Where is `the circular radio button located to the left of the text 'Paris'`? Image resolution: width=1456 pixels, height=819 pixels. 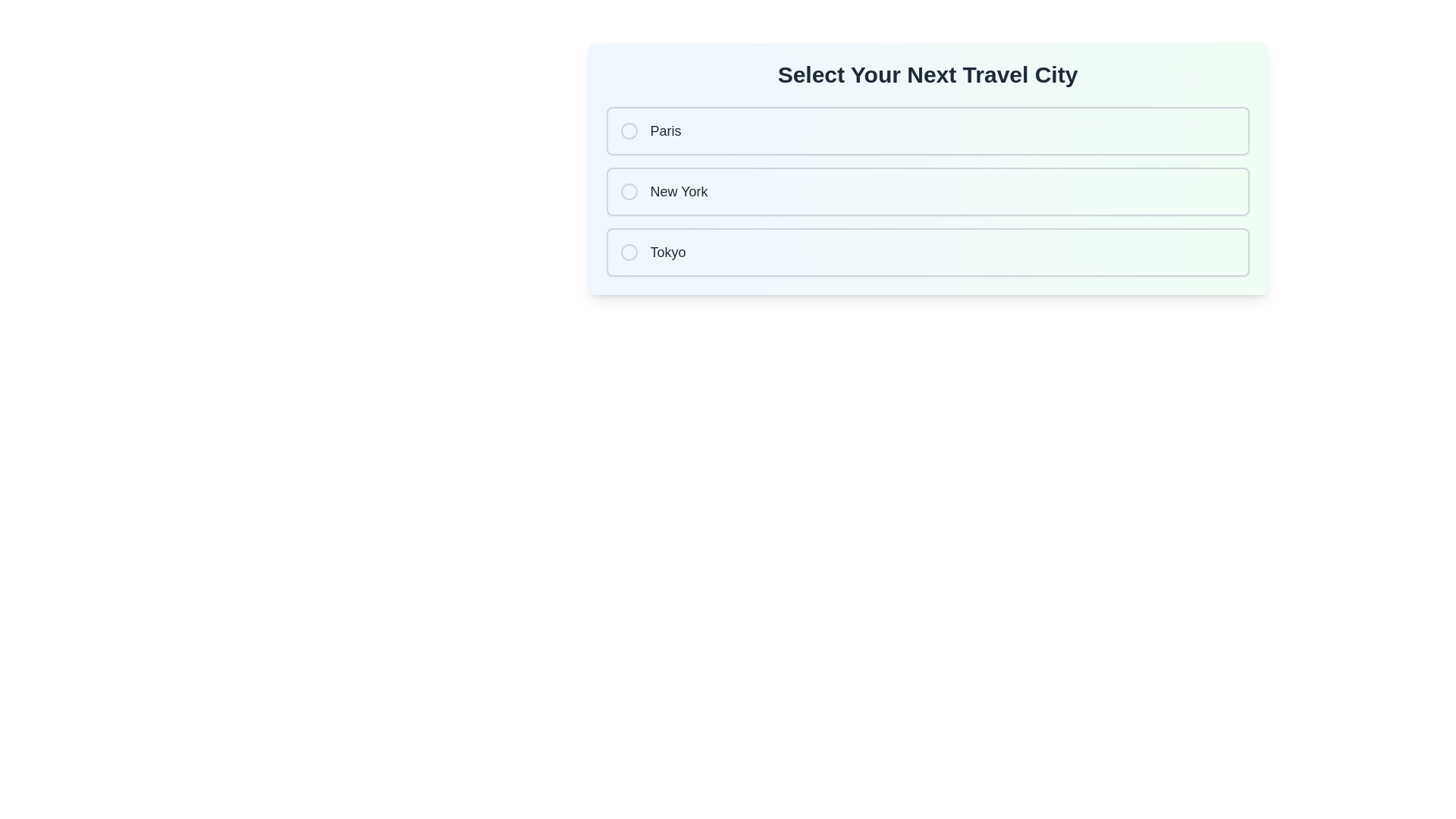 the circular radio button located to the left of the text 'Paris' is located at coordinates (629, 130).